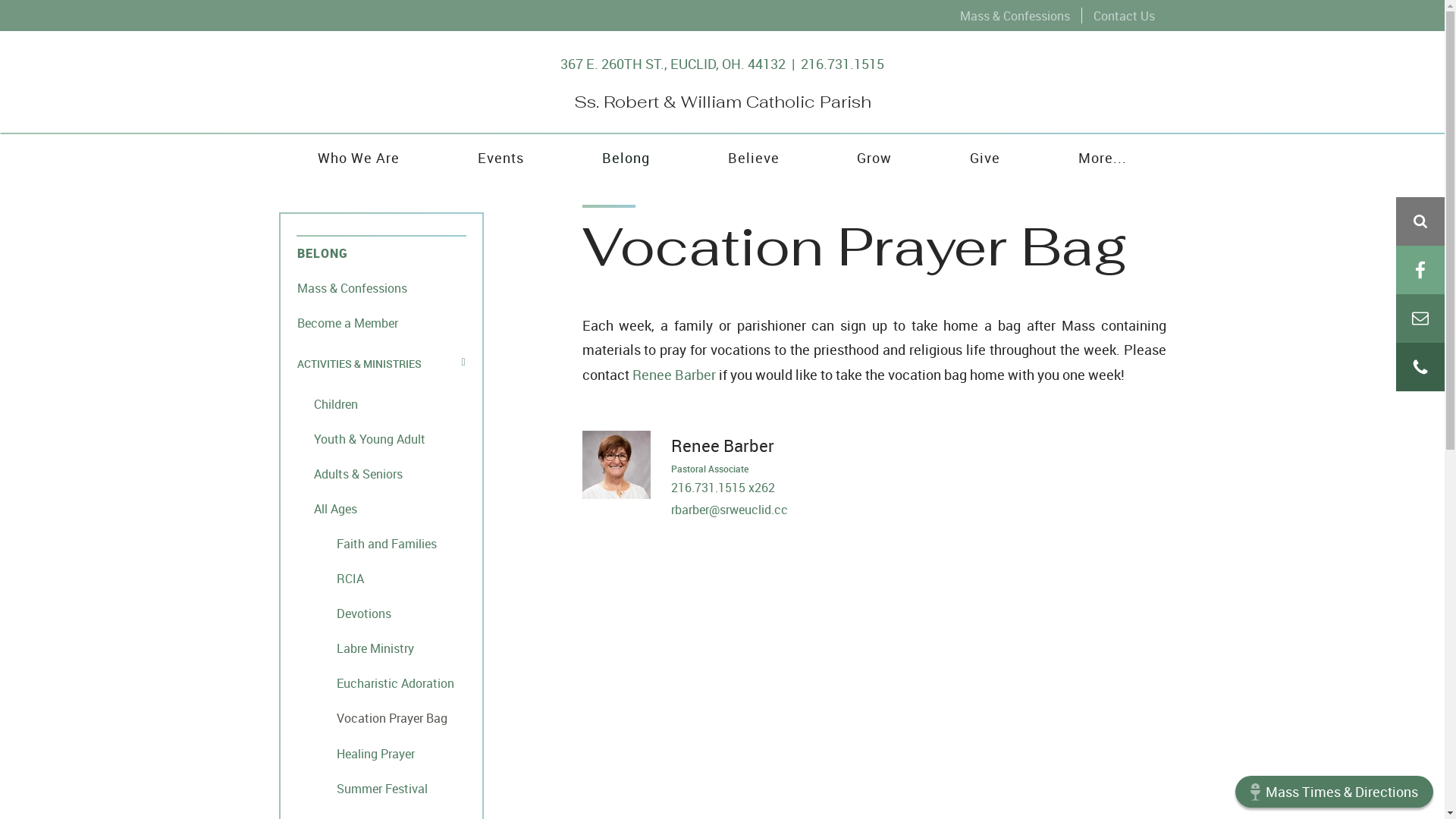 Image resolution: width=1456 pixels, height=819 pixels. I want to click on 'Vocation Prayer Bag', so click(381, 717).